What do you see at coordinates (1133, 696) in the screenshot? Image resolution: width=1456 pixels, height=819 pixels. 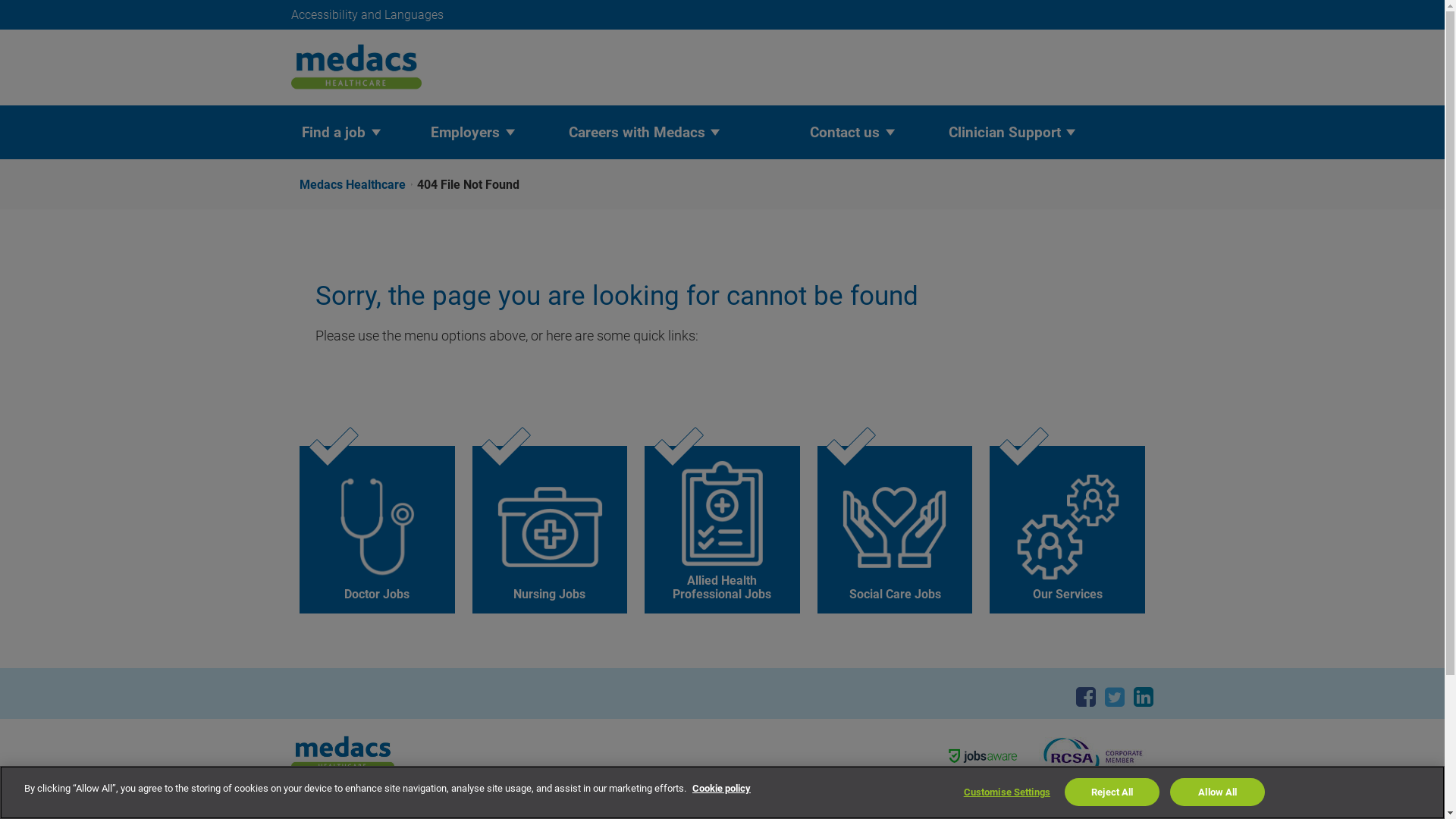 I see `'LinkedIn'` at bounding box center [1133, 696].